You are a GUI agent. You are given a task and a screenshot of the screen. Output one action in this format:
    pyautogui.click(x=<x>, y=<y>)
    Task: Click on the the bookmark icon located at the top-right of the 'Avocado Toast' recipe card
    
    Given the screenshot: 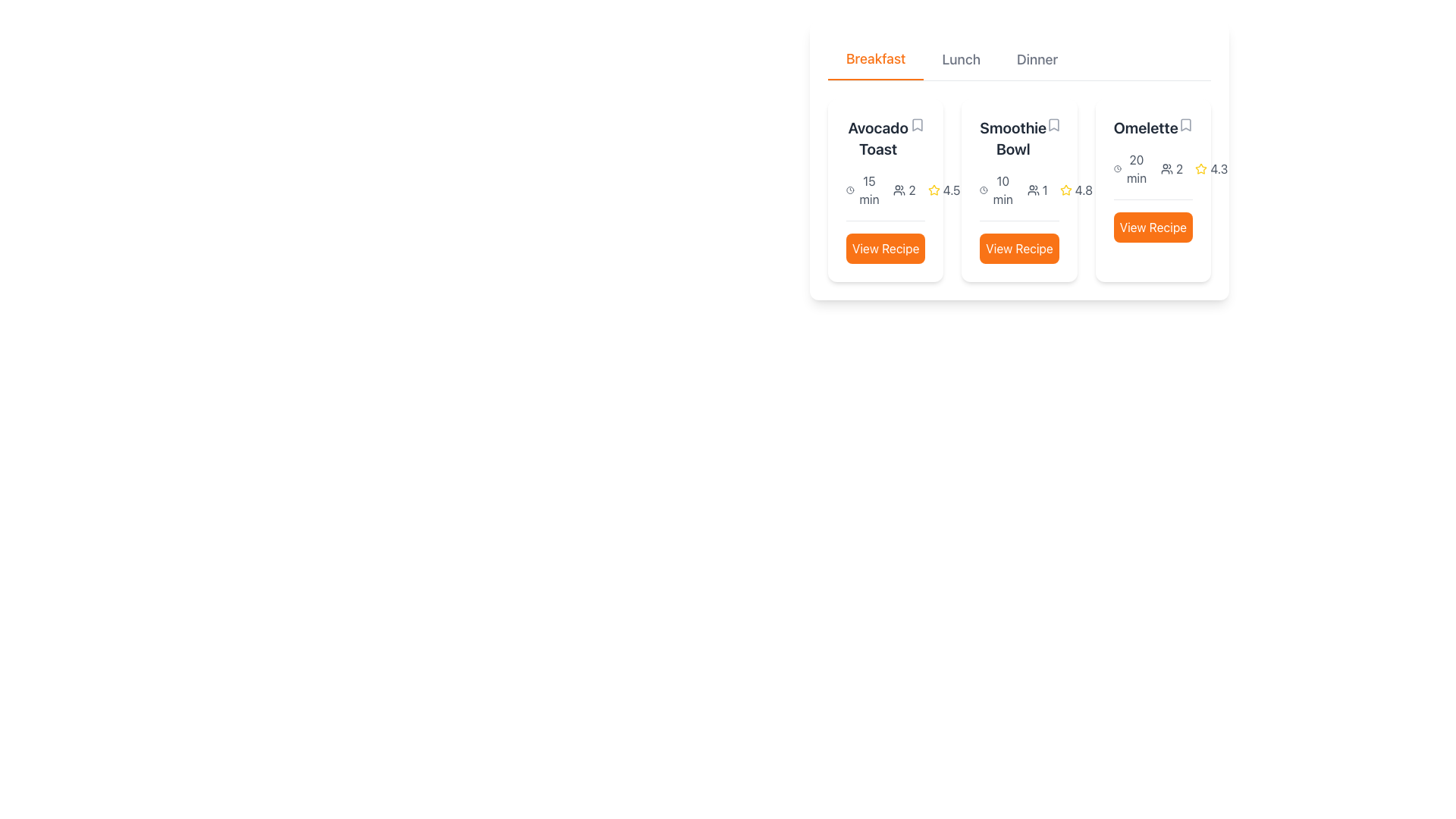 What is the action you would take?
    pyautogui.click(x=917, y=124)
    